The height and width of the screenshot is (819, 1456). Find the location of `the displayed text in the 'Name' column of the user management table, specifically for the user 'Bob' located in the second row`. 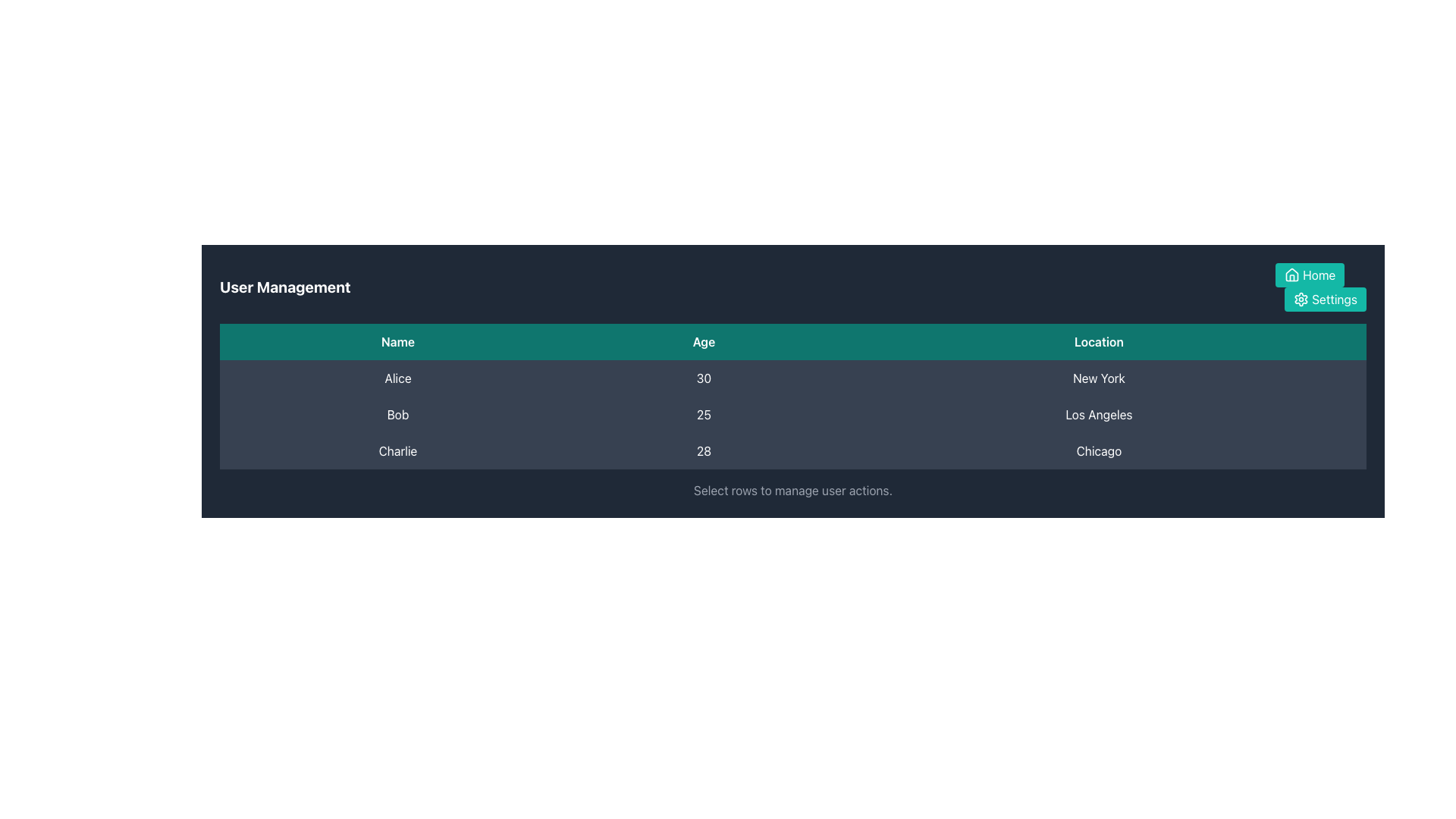

the displayed text in the 'Name' column of the user management table, specifically for the user 'Bob' located in the second row is located at coordinates (397, 415).